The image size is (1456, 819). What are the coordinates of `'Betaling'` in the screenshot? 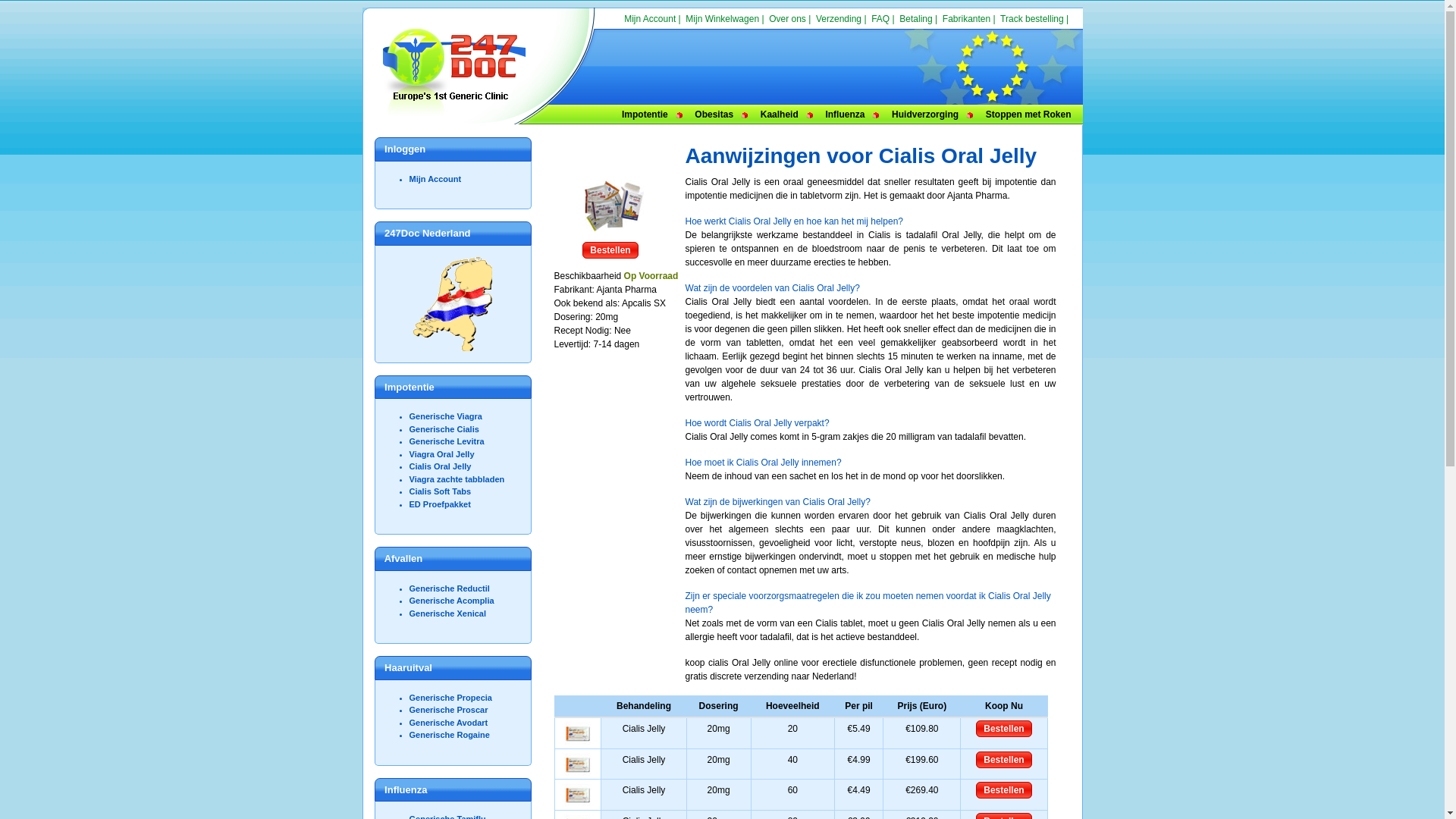 It's located at (915, 18).